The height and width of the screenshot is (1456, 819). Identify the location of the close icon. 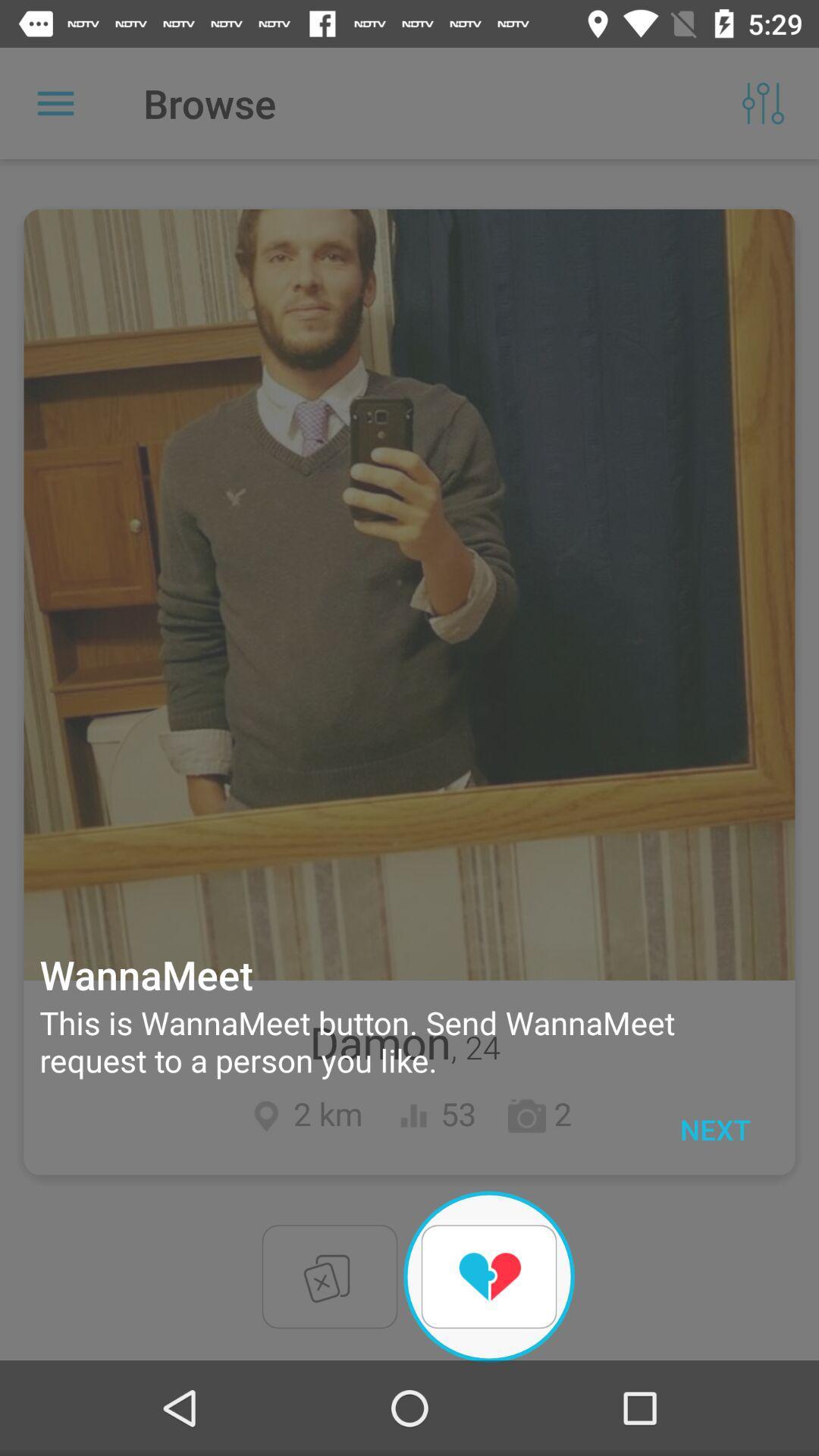
(329, 1276).